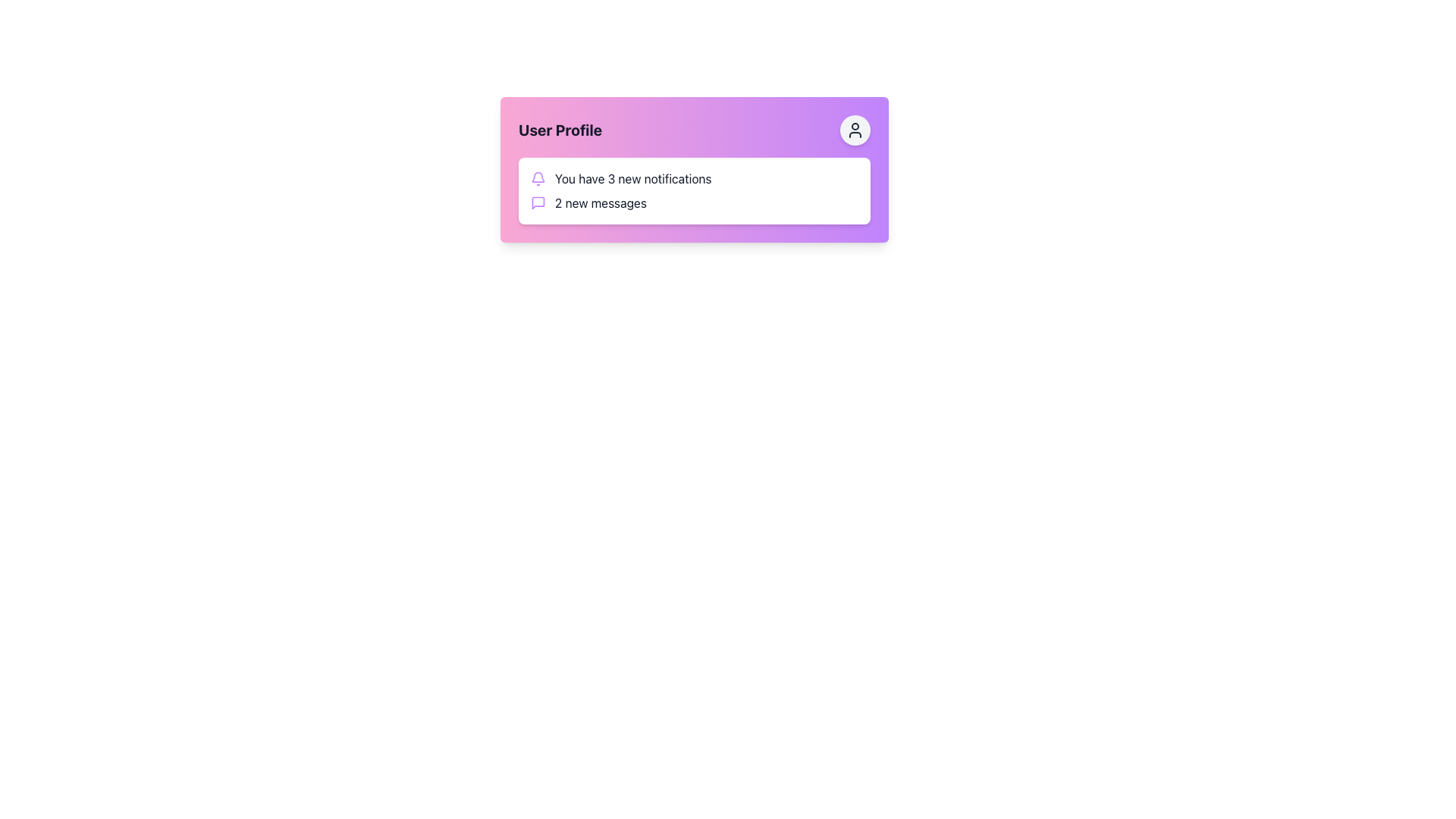 This screenshot has width=1456, height=819. What do you see at coordinates (633, 177) in the screenshot?
I see `the notification count text element located next to the bell icon, which indicates the number of new notifications received` at bounding box center [633, 177].